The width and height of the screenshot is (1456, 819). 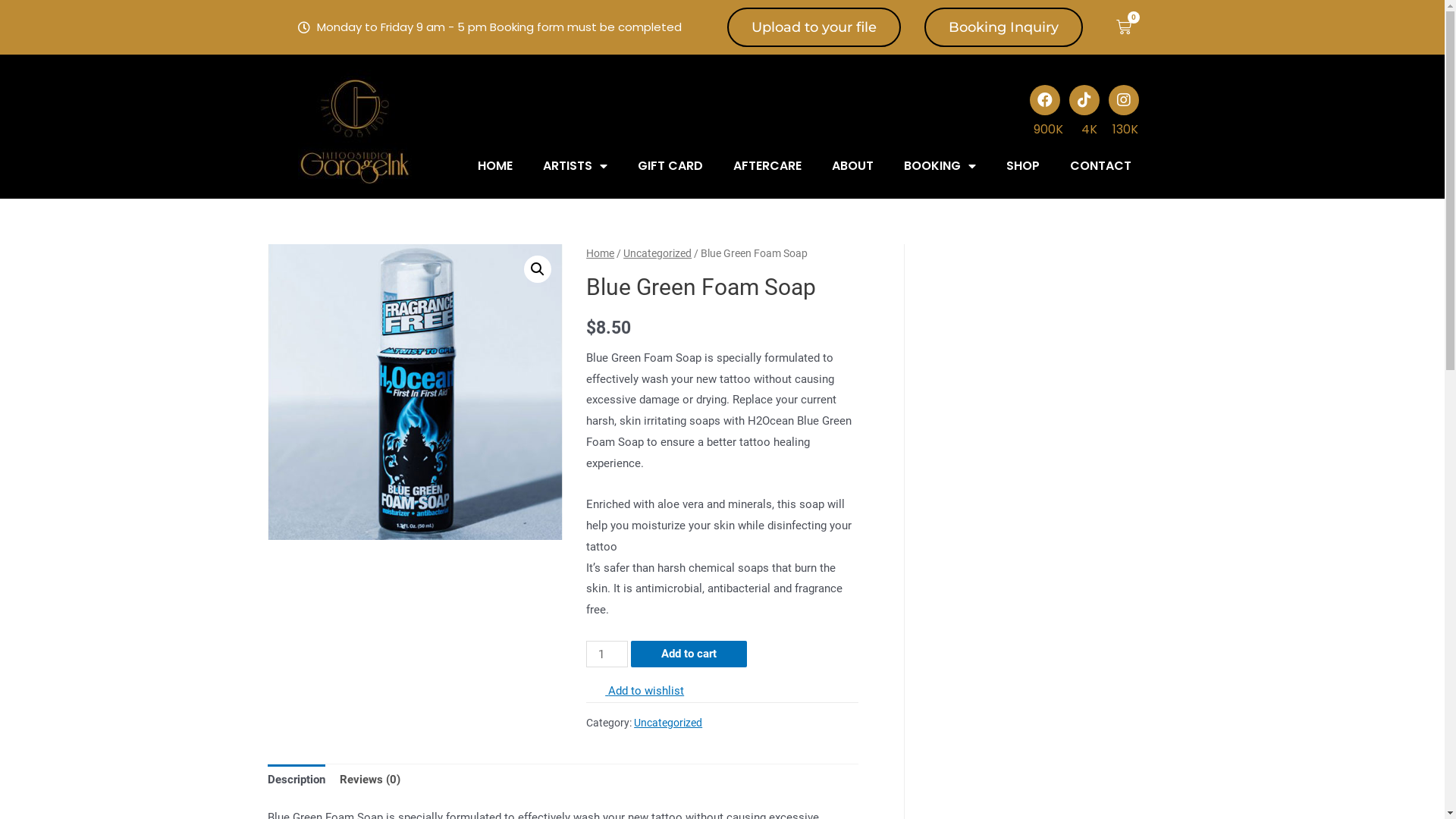 What do you see at coordinates (1003, 27) in the screenshot?
I see `'Booking Inquiry'` at bounding box center [1003, 27].